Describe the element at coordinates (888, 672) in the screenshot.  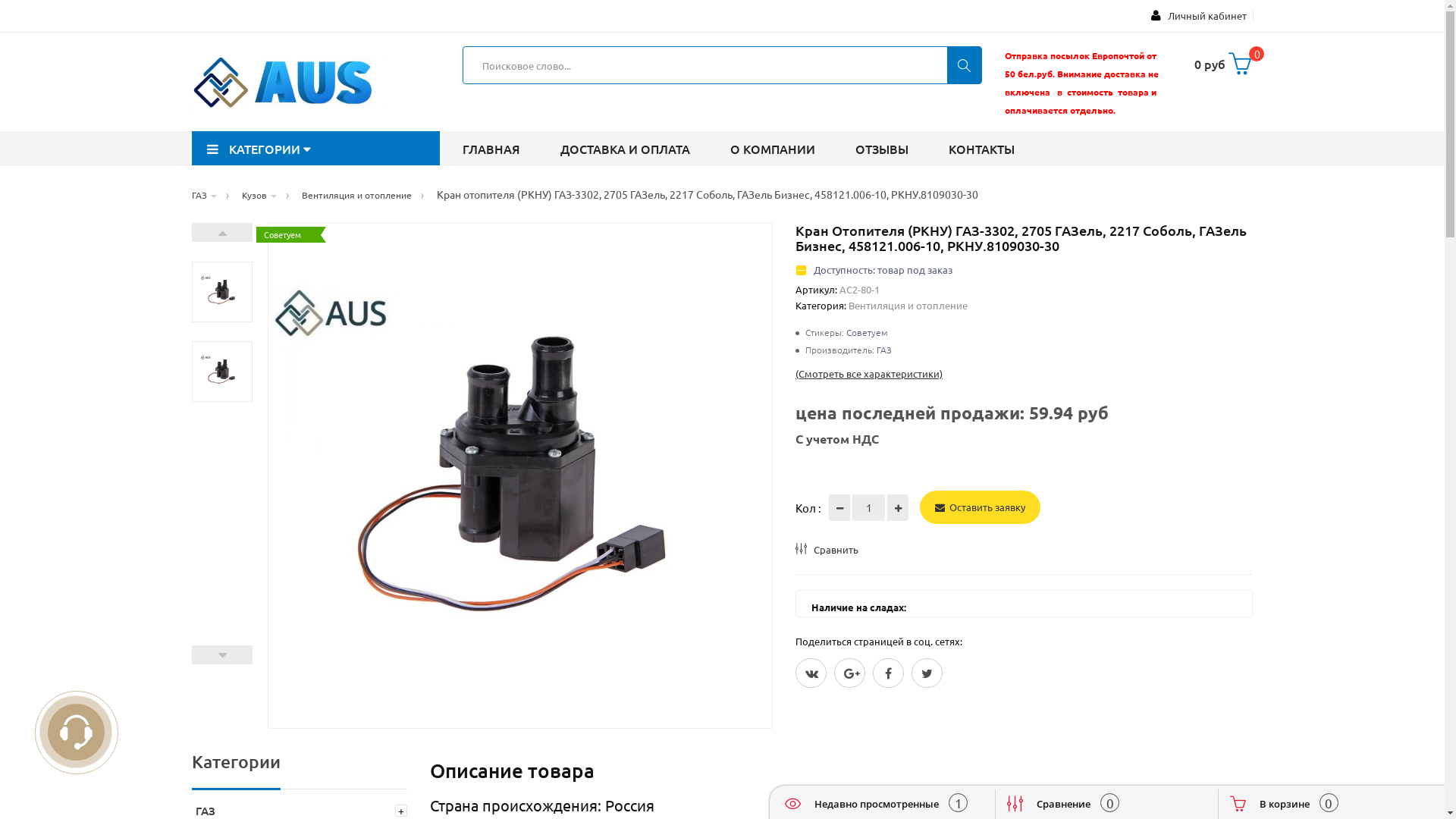
I see `'Facebook'` at that location.